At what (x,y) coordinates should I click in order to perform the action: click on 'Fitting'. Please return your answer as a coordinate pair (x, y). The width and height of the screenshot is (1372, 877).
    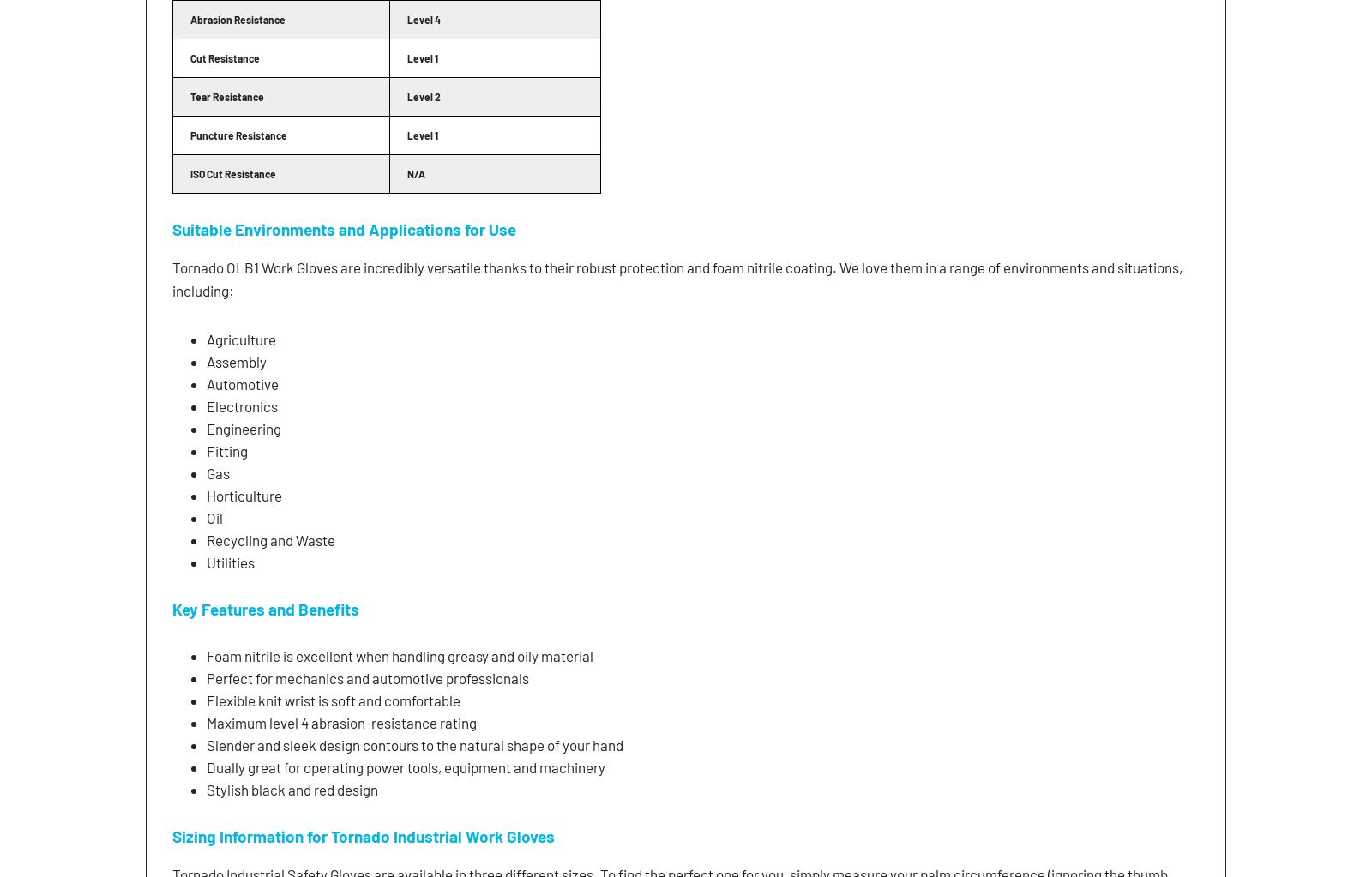
    Looking at the image, I should click on (226, 450).